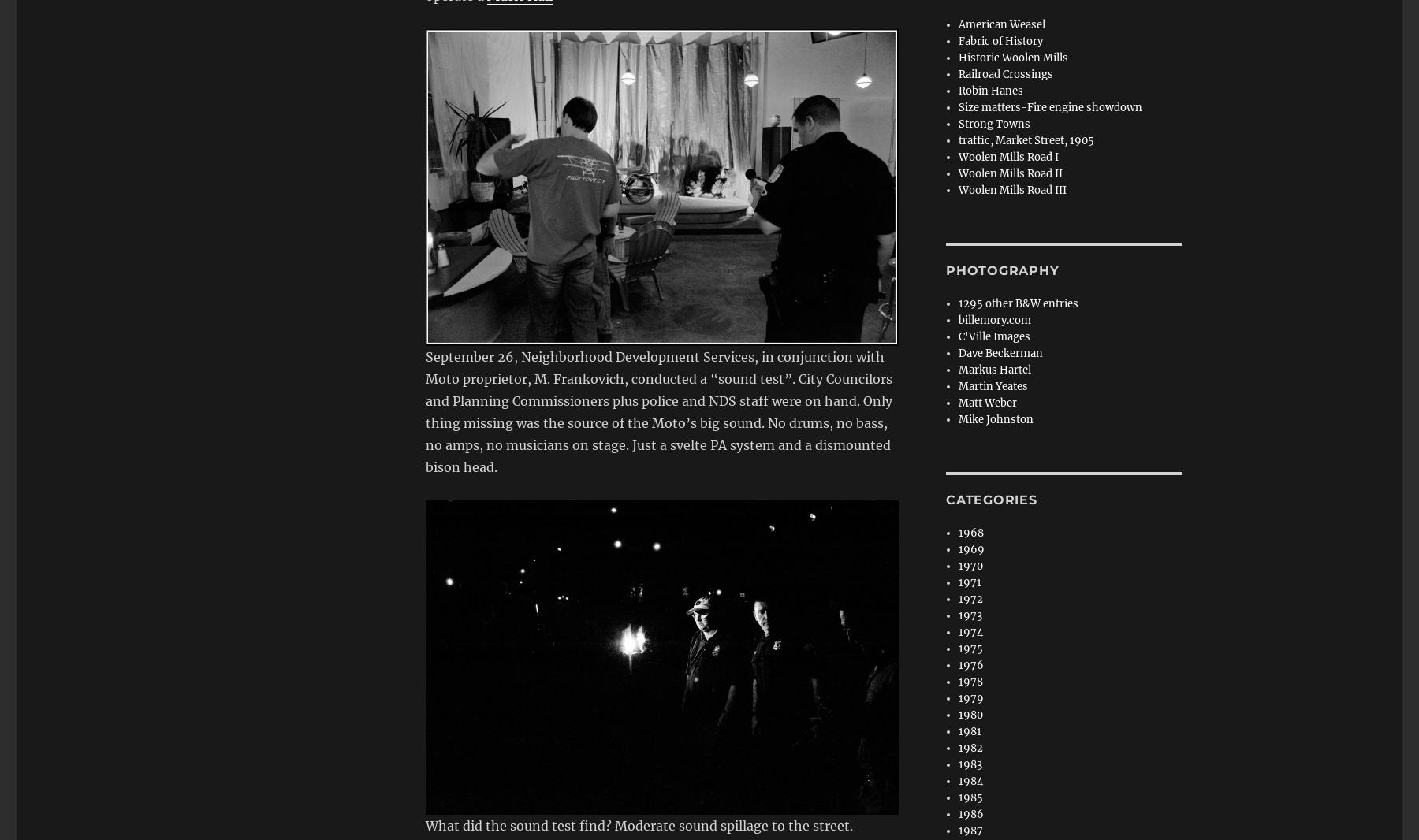 The width and height of the screenshot is (1419, 840). I want to click on '1981', so click(969, 731).